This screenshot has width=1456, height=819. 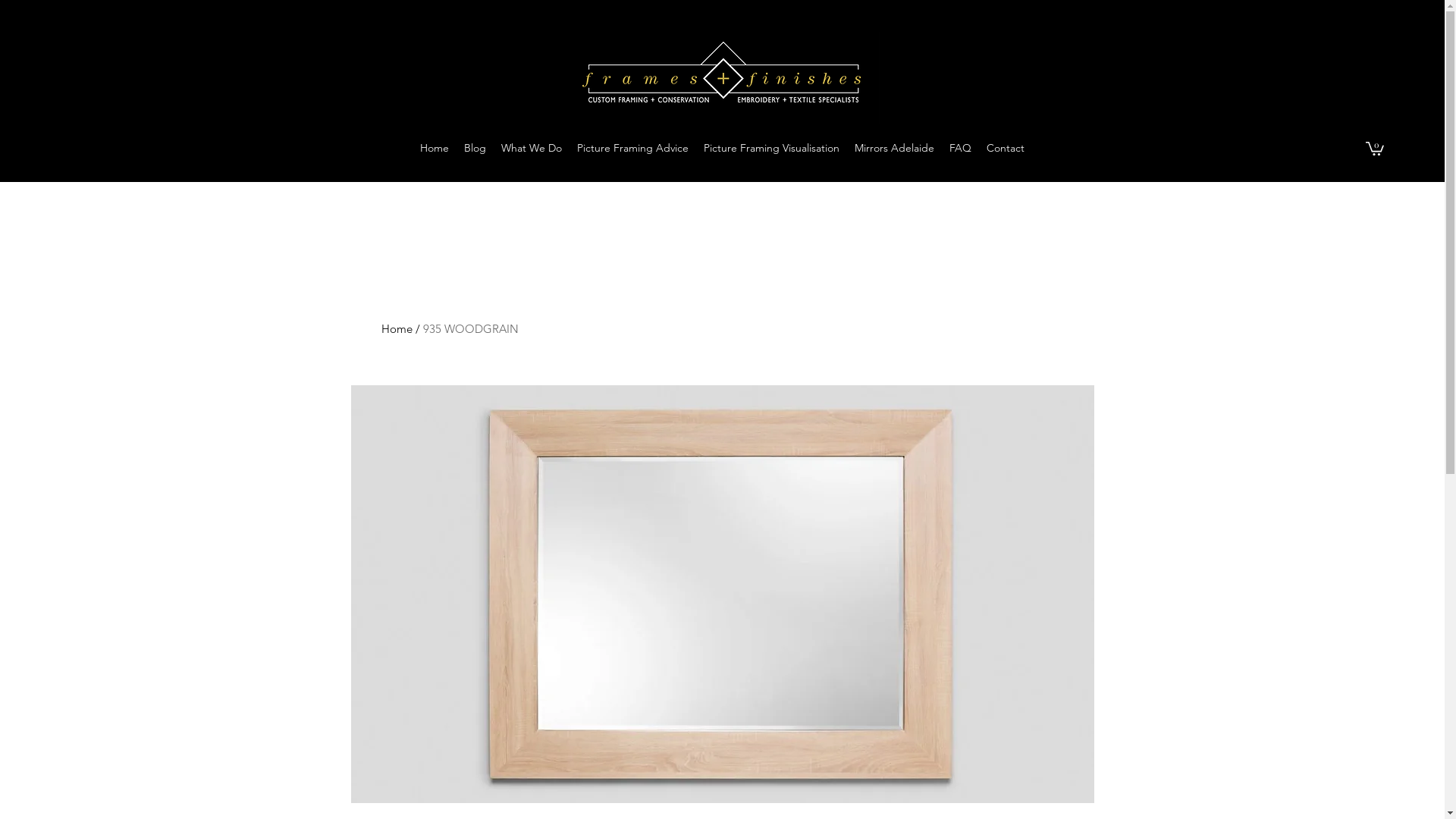 I want to click on 'Picture Framing Advice', so click(x=632, y=148).